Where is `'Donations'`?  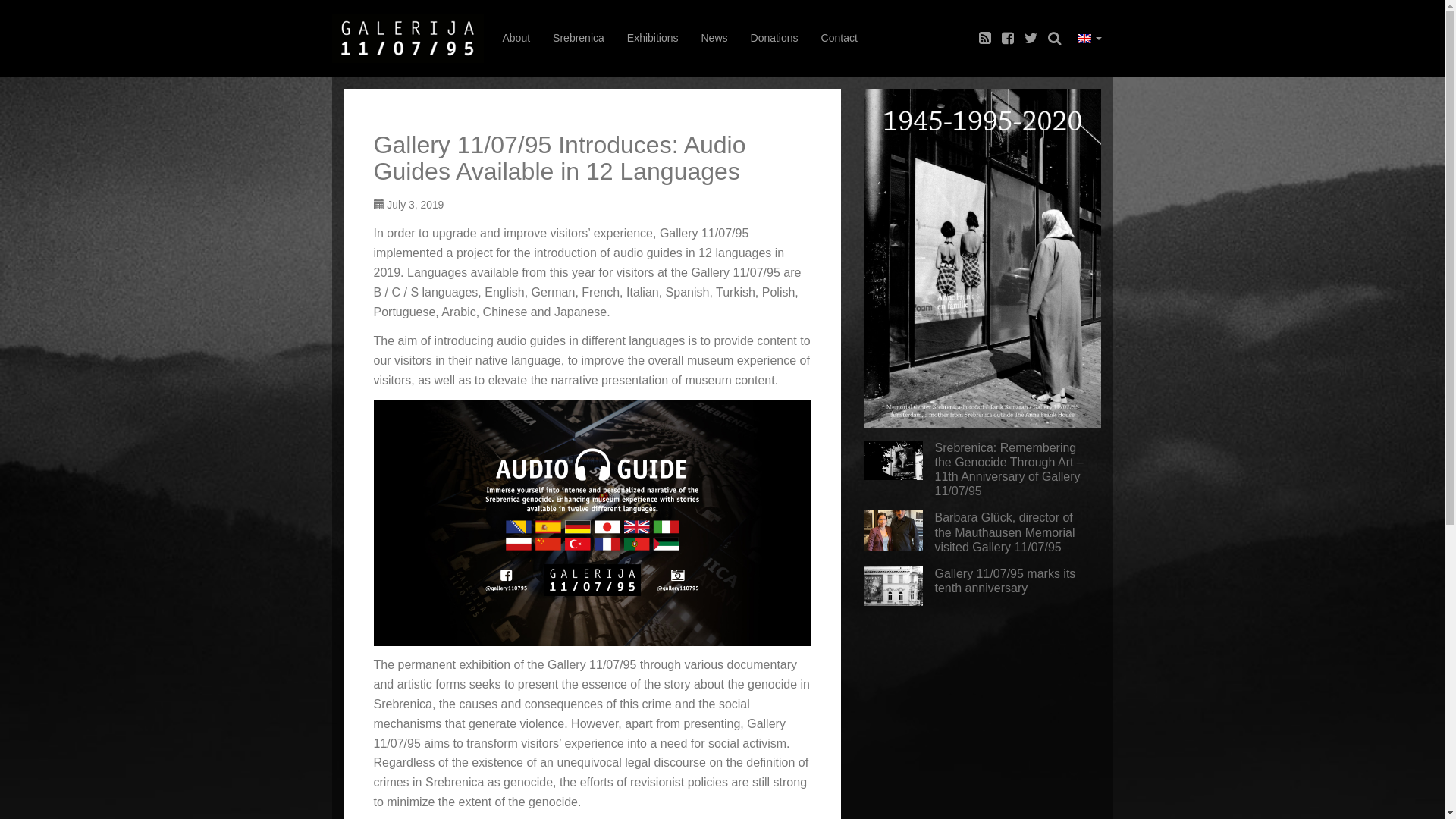
'Donations' is located at coordinates (774, 37).